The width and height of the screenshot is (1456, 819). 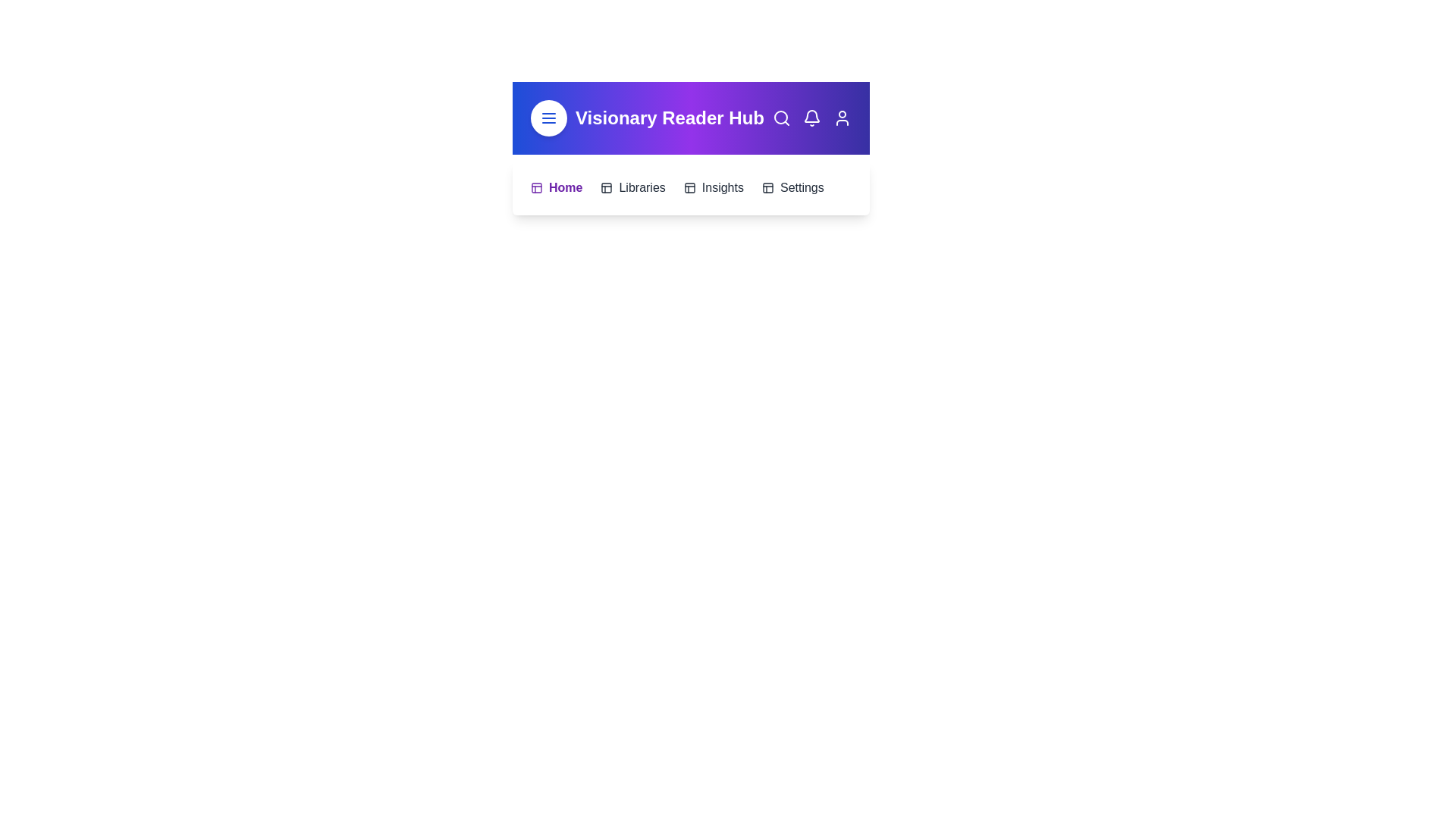 What do you see at coordinates (841, 117) in the screenshot?
I see `the user_profile icon in the header` at bounding box center [841, 117].